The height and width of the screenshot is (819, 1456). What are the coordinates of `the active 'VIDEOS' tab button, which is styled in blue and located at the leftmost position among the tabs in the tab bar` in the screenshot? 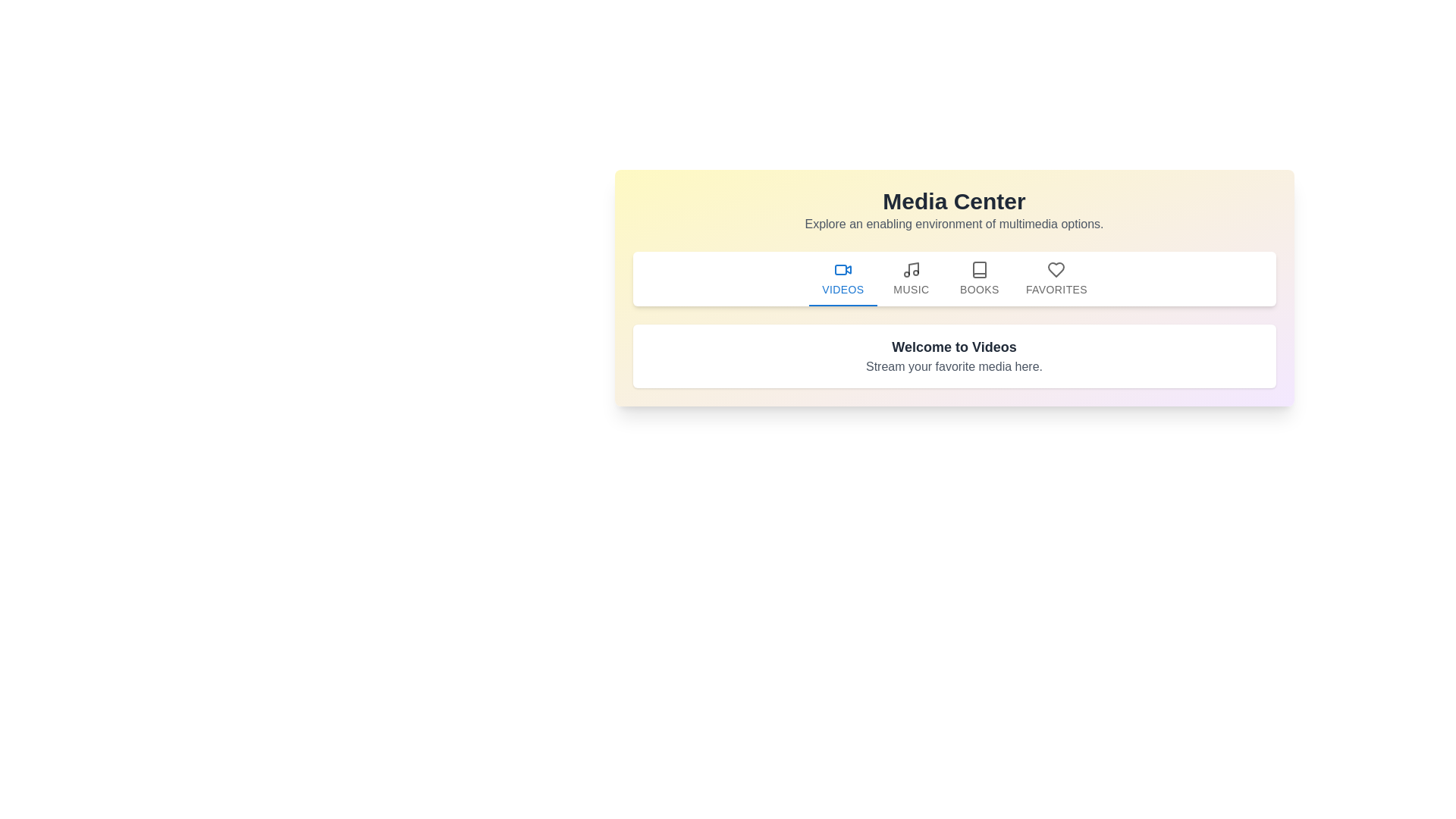 It's located at (842, 278).